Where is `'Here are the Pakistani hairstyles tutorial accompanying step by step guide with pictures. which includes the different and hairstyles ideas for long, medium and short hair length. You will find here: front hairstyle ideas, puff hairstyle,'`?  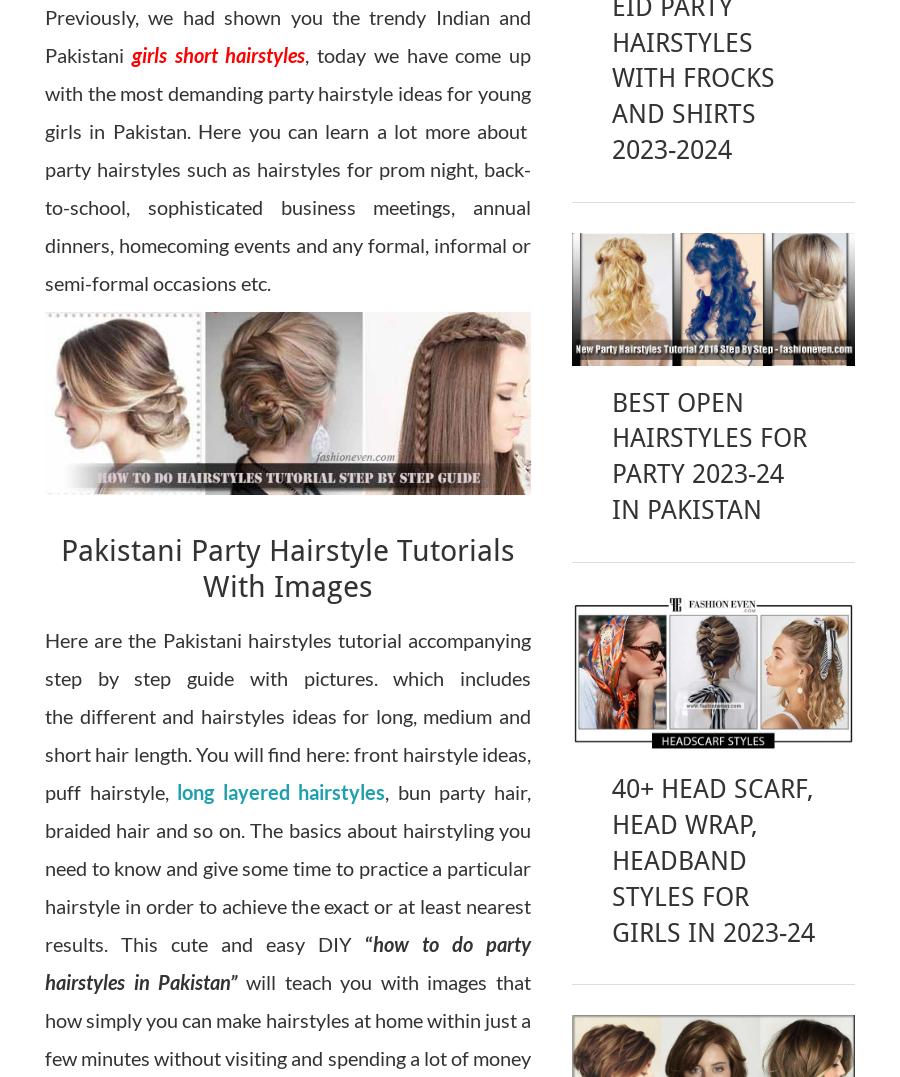
'Here are the Pakistani hairstyles tutorial accompanying step by step guide with pictures. which includes the different and hairstyles ideas for long, medium and short hair length. You will find here: front hairstyle ideas, puff hairstyle,' is located at coordinates (44, 715).